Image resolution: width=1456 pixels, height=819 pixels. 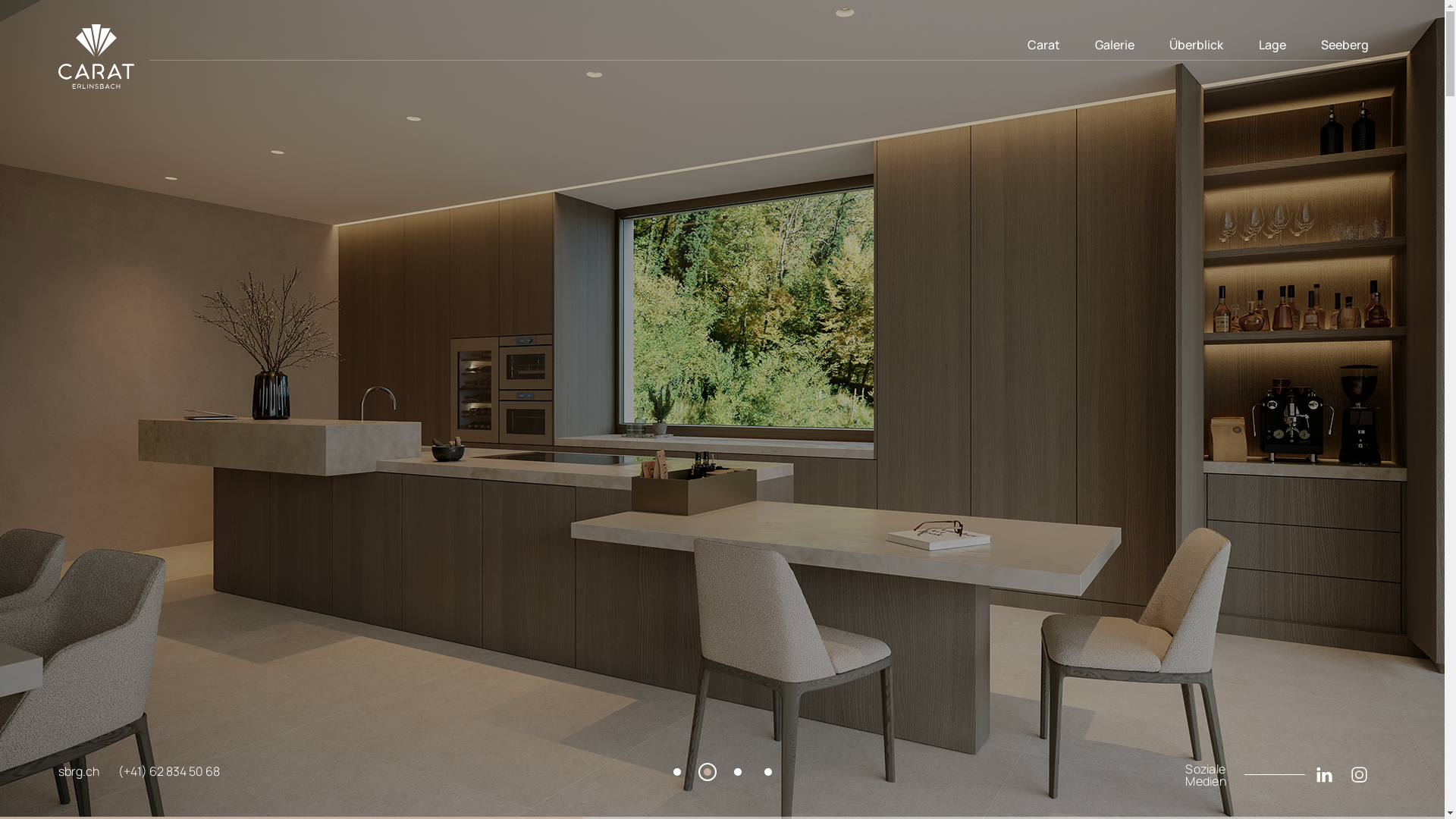 What do you see at coordinates (738, 772) in the screenshot?
I see `'3'` at bounding box center [738, 772].